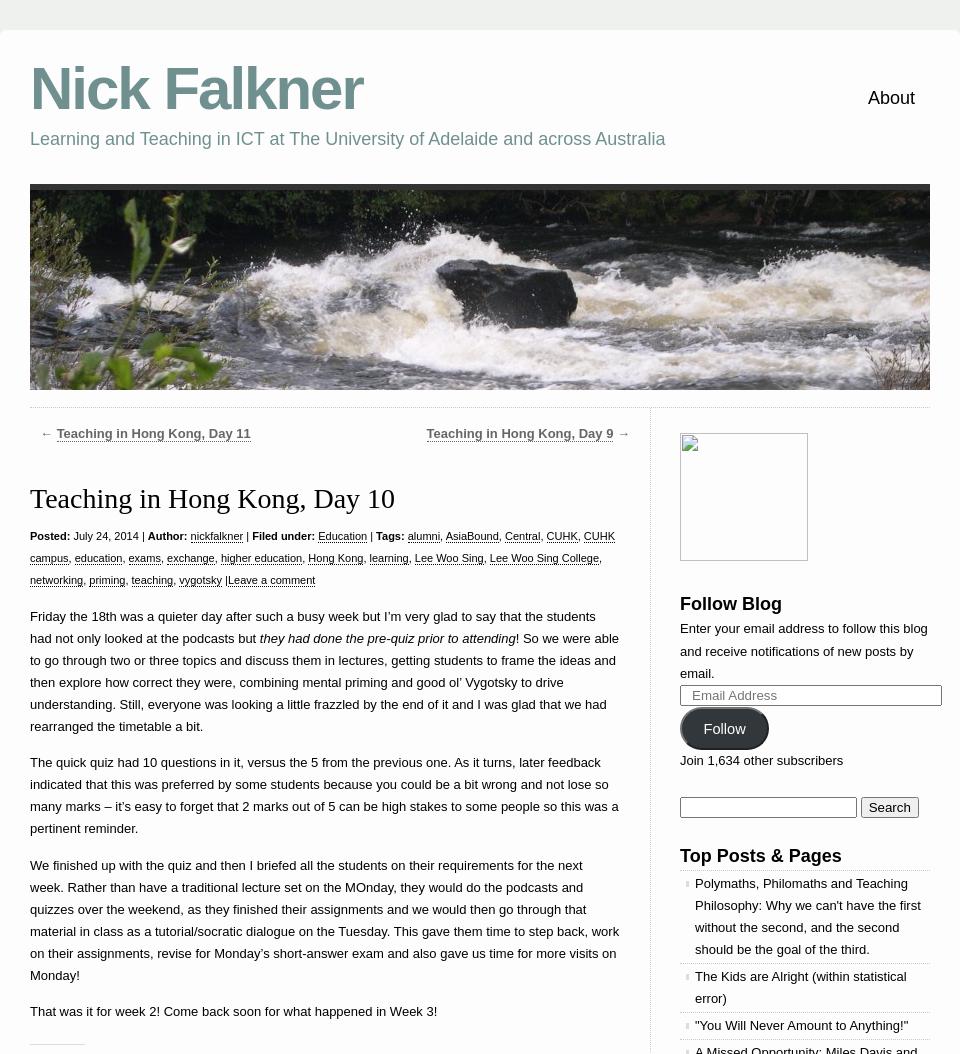 Image resolution: width=960 pixels, height=1054 pixels. I want to click on 'July 24, 2014', so click(69, 535).